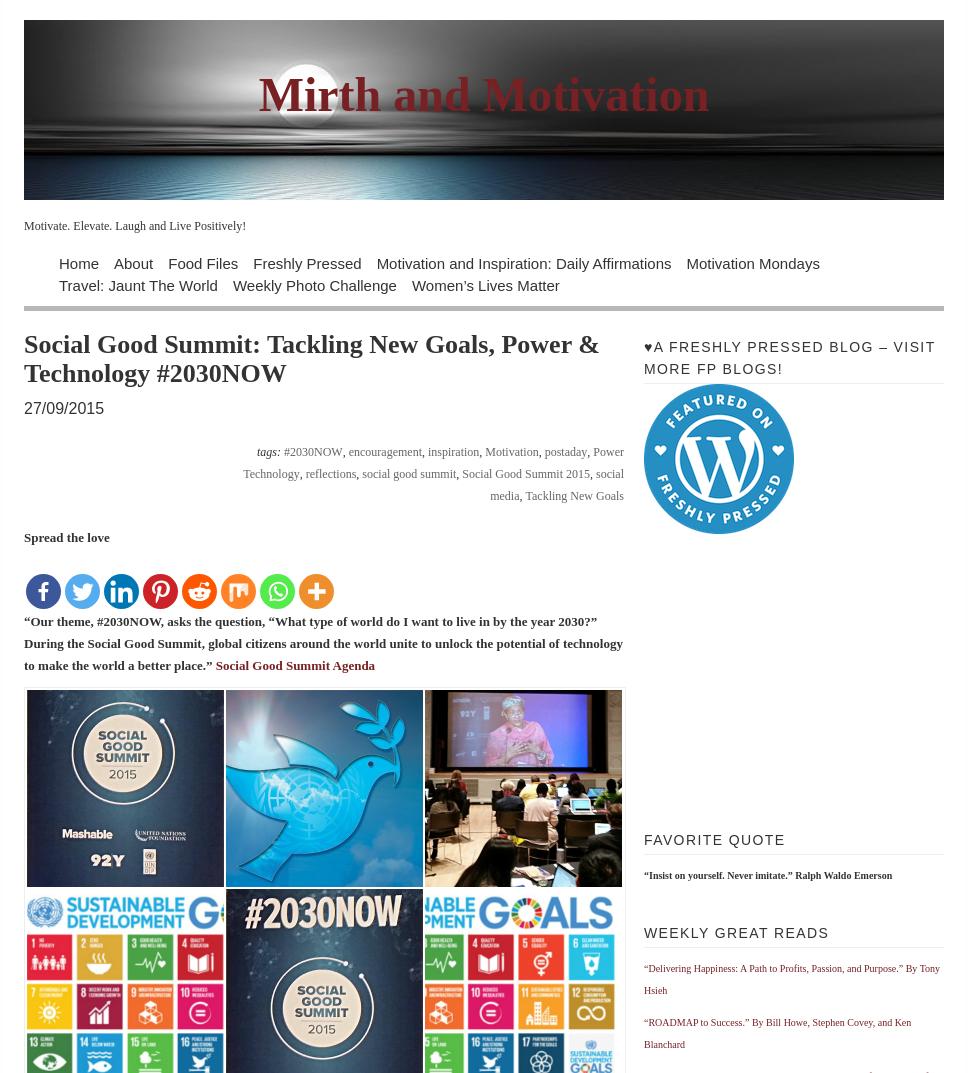 This screenshot has height=1073, width=968. Describe the element at coordinates (304, 474) in the screenshot. I see `'reflections'` at that location.